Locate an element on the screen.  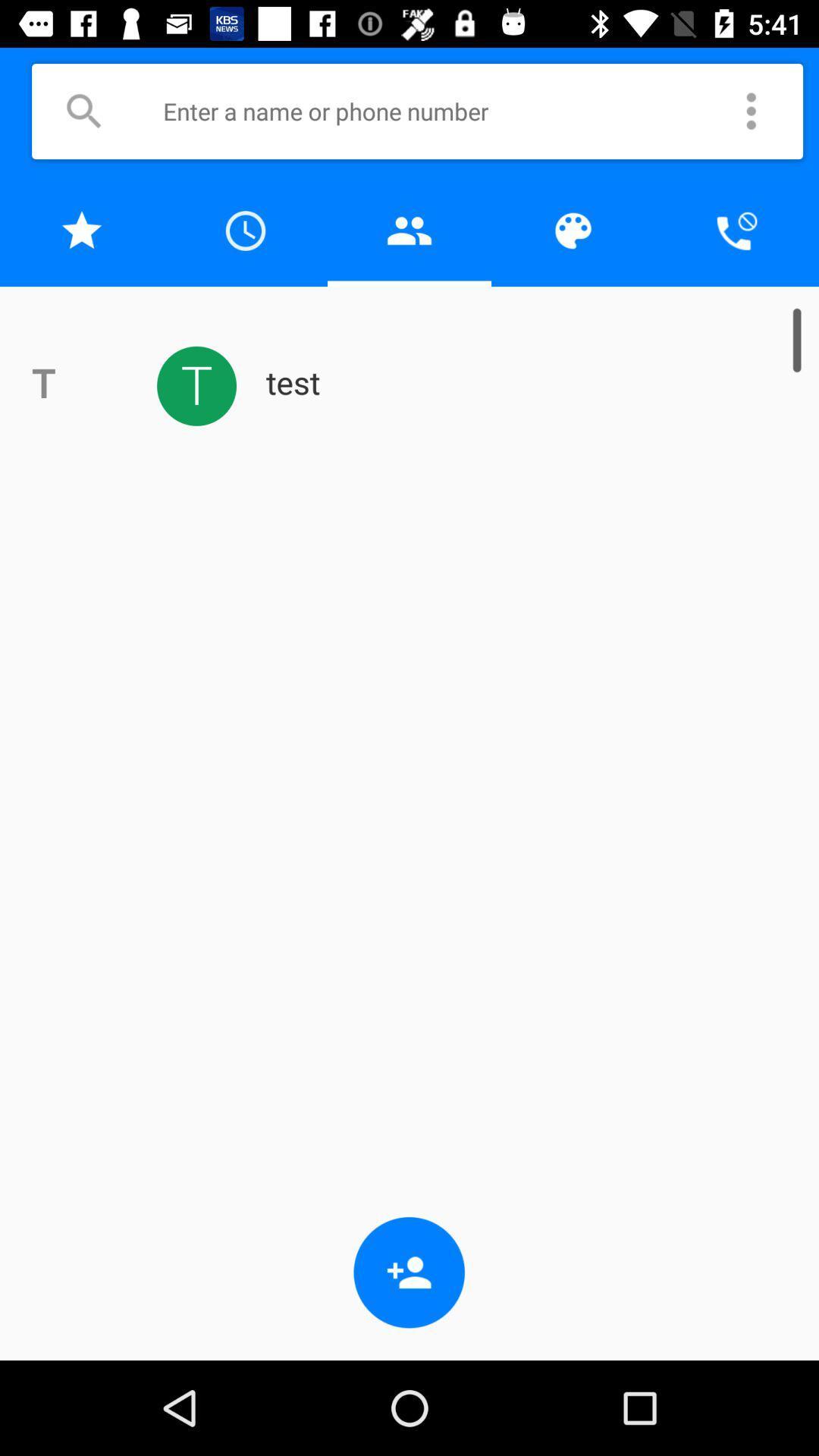
to favorites is located at coordinates (82, 230).